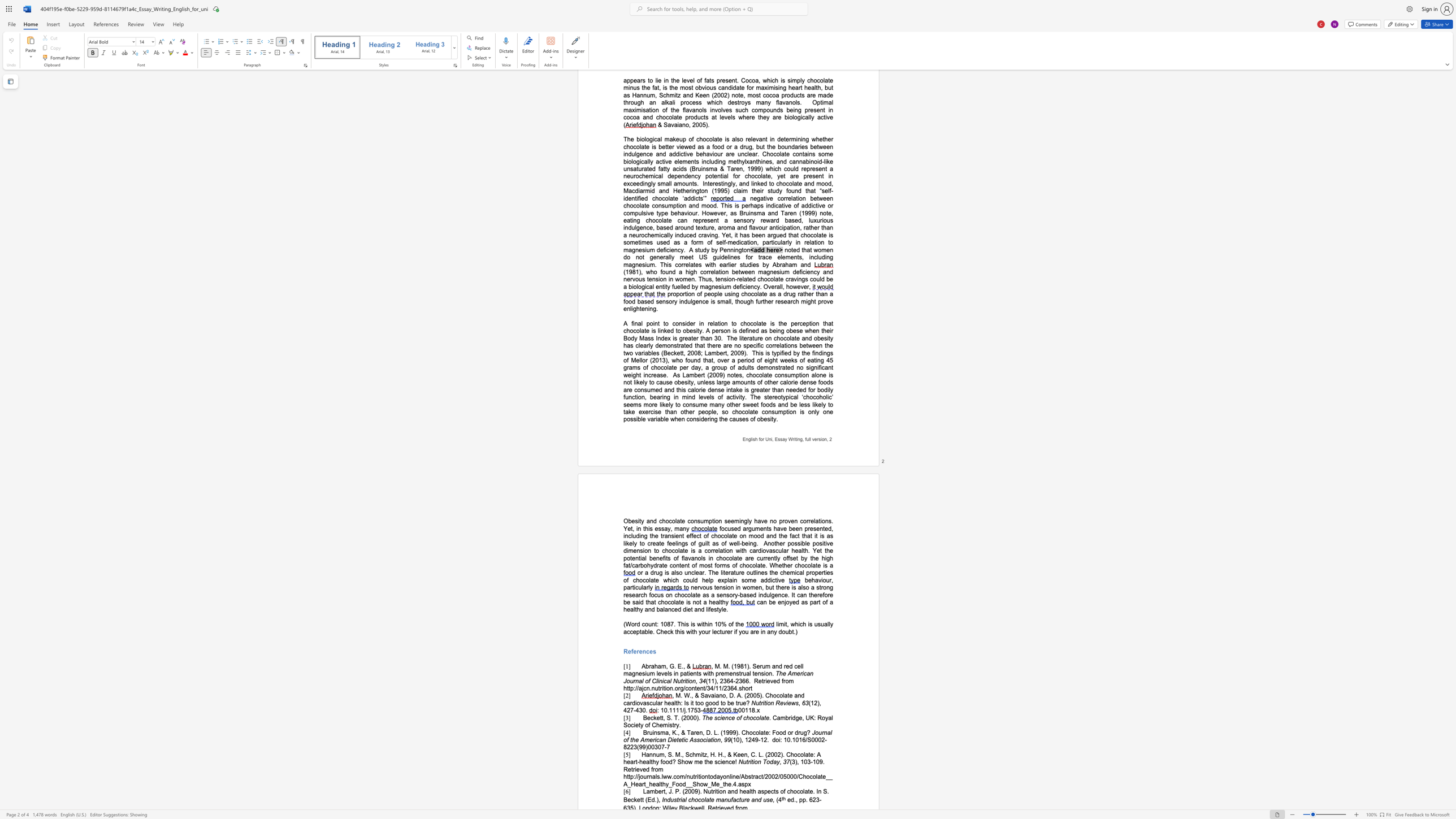 This screenshot has height=819, width=1456. What do you see at coordinates (656, 710) in the screenshot?
I see `the subset text ": 10.1111/j.17" within the text ": 10.1111/j.1753-"` at bounding box center [656, 710].